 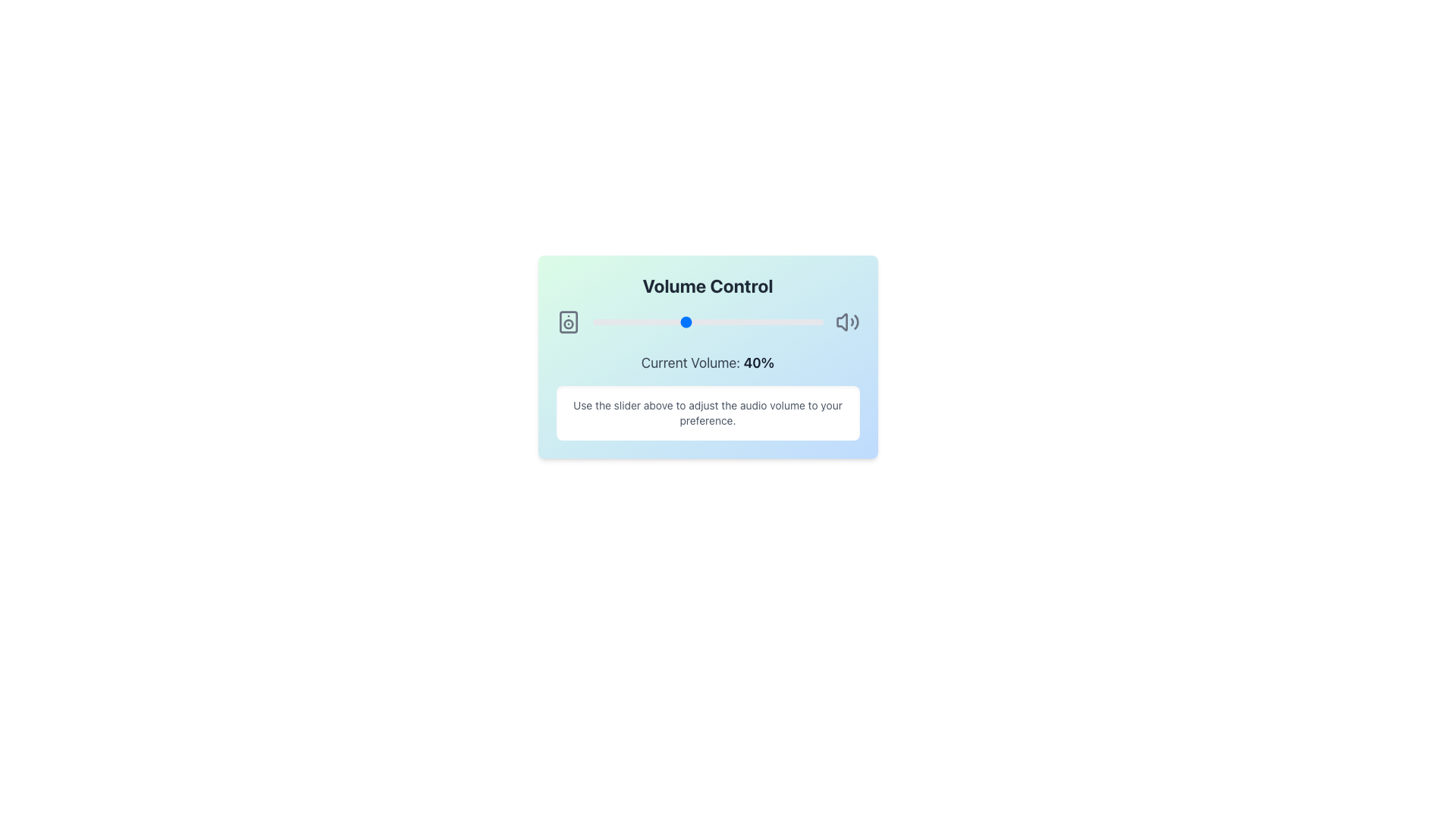 What do you see at coordinates (707, 362) in the screenshot?
I see `the Text Display element that shows the current volume percentage, which reads 'Current Volume: 40%' and is styled in a large gray font, located in the middle of the card component, just below the volume slider` at bounding box center [707, 362].